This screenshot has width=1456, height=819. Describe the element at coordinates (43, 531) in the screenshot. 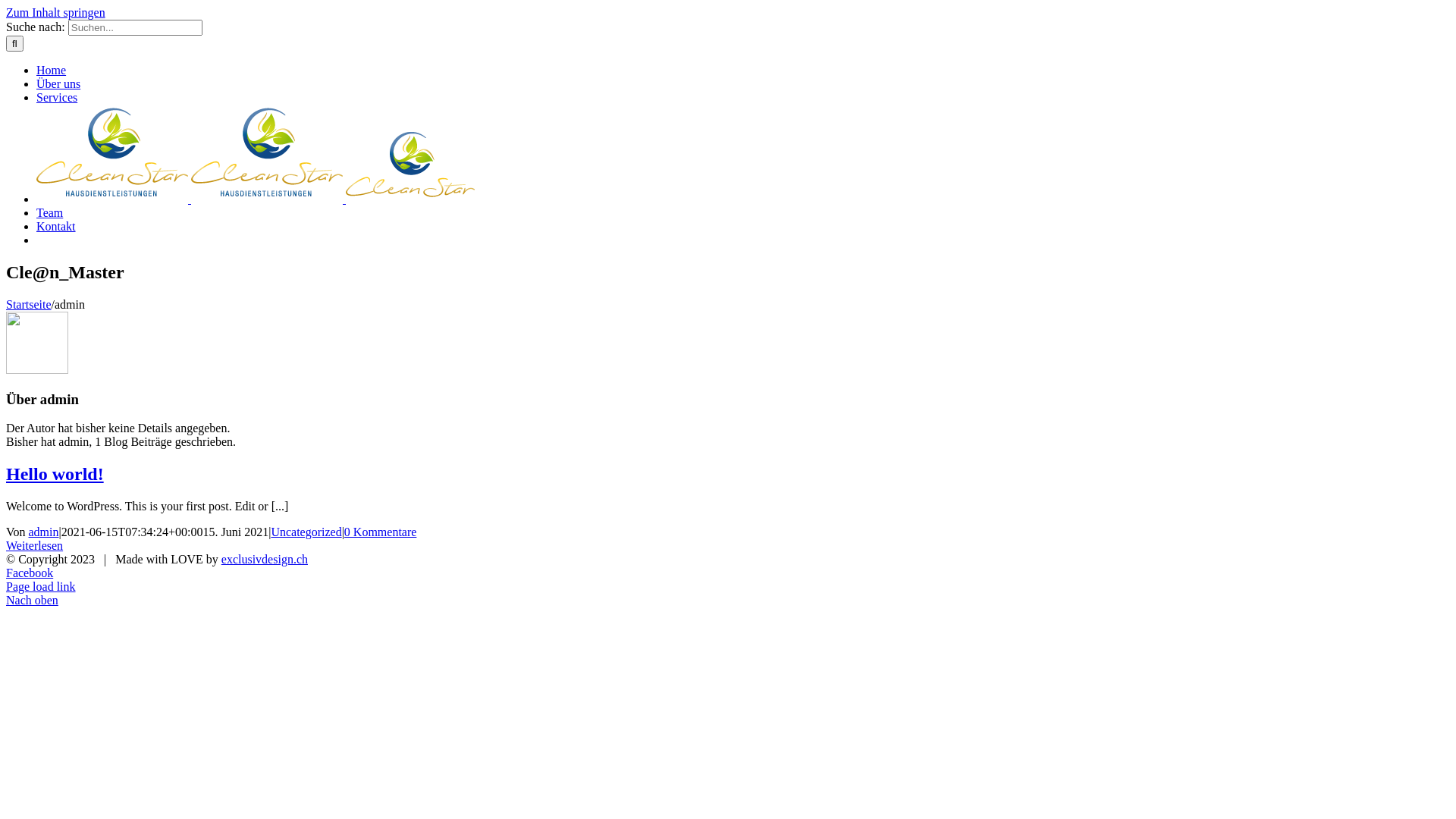

I see `'admin'` at that location.